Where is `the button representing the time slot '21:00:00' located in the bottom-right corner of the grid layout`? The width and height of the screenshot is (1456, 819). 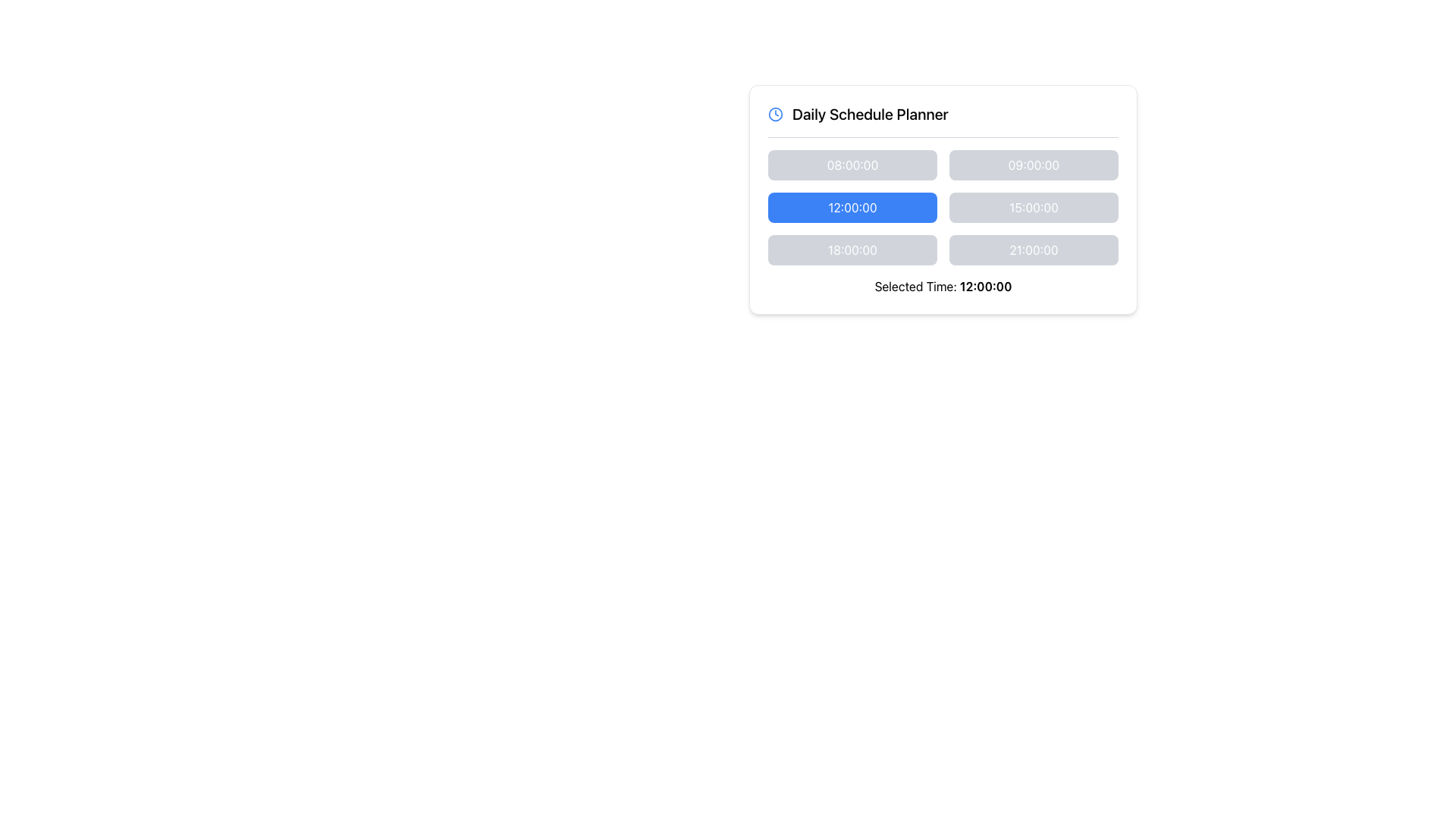
the button representing the time slot '21:00:00' located in the bottom-right corner of the grid layout is located at coordinates (1033, 249).